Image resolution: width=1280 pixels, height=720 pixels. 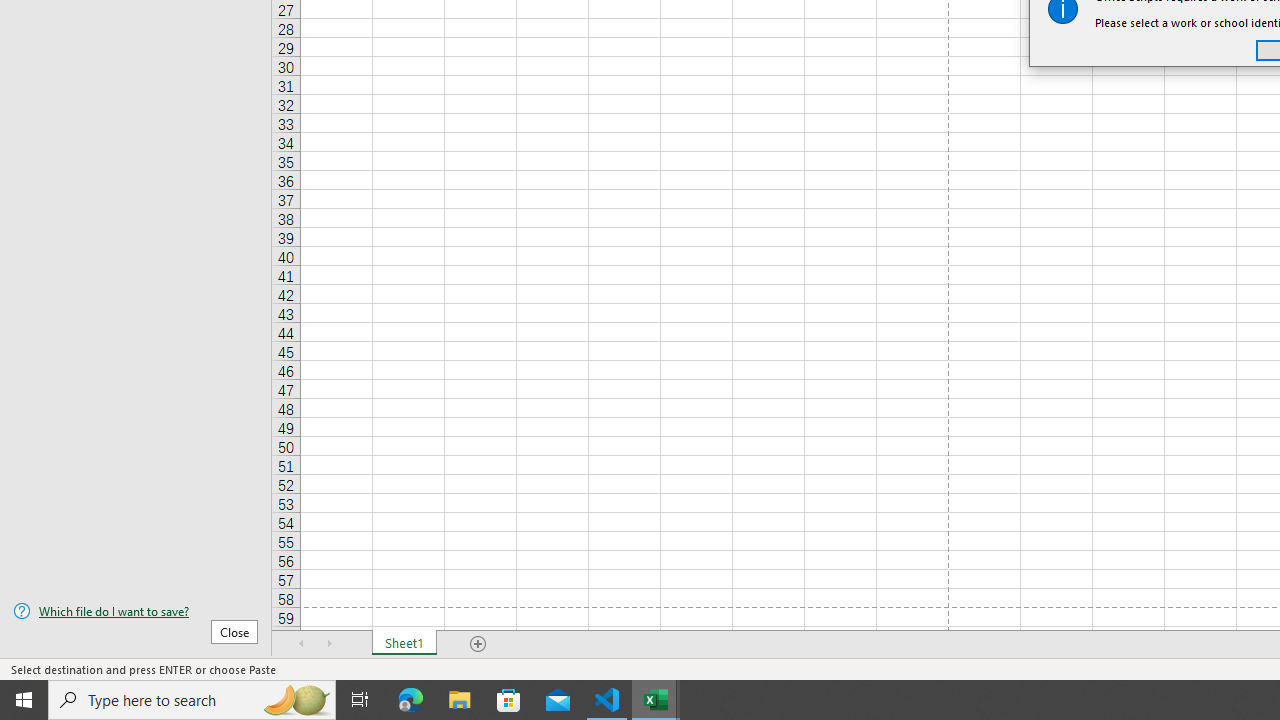 What do you see at coordinates (330, 644) in the screenshot?
I see `'Scroll Right'` at bounding box center [330, 644].